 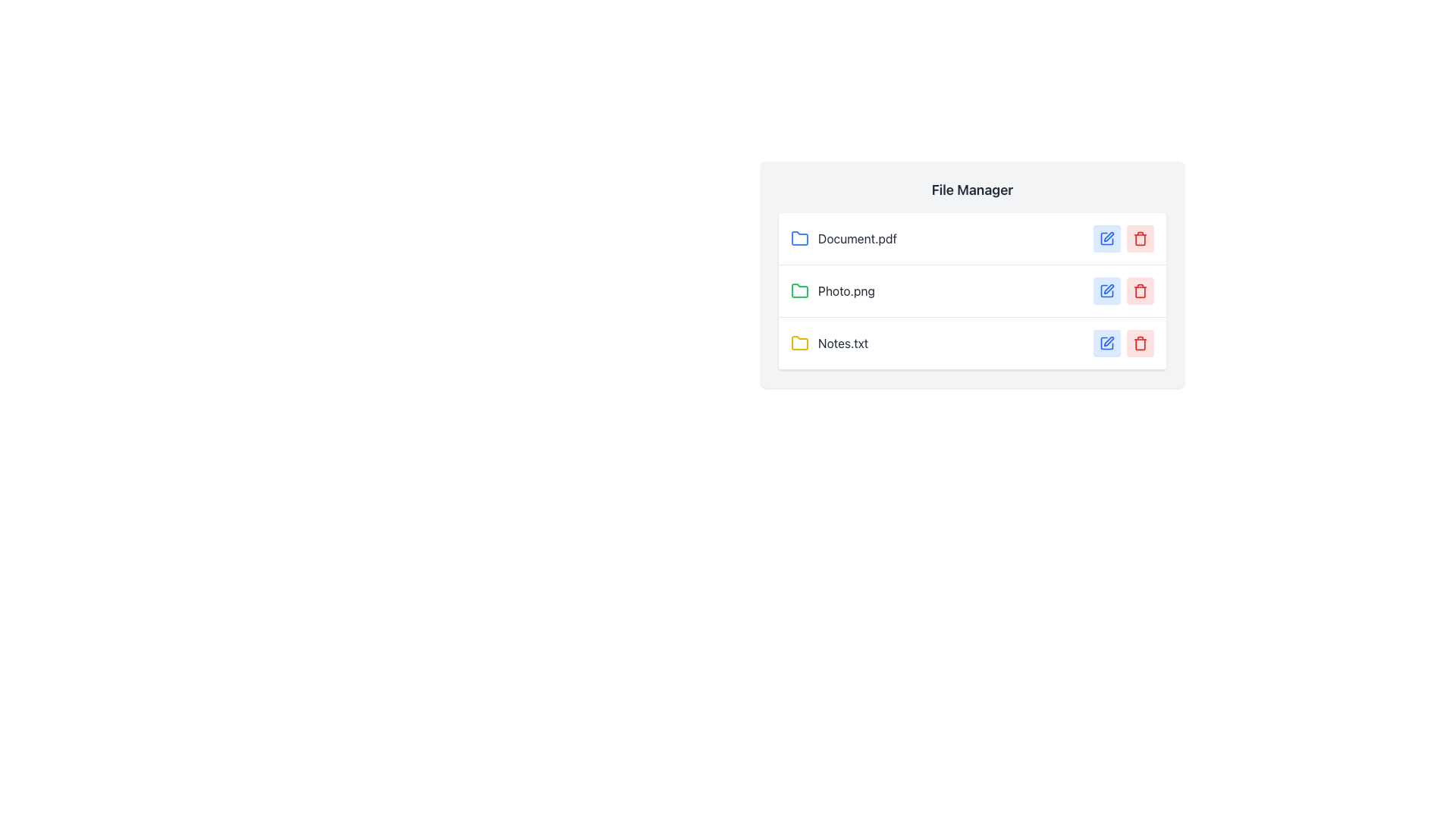 What do you see at coordinates (1140, 239) in the screenshot?
I see `the trash bin icon in the file manager interface` at bounding box center [1140, 239].